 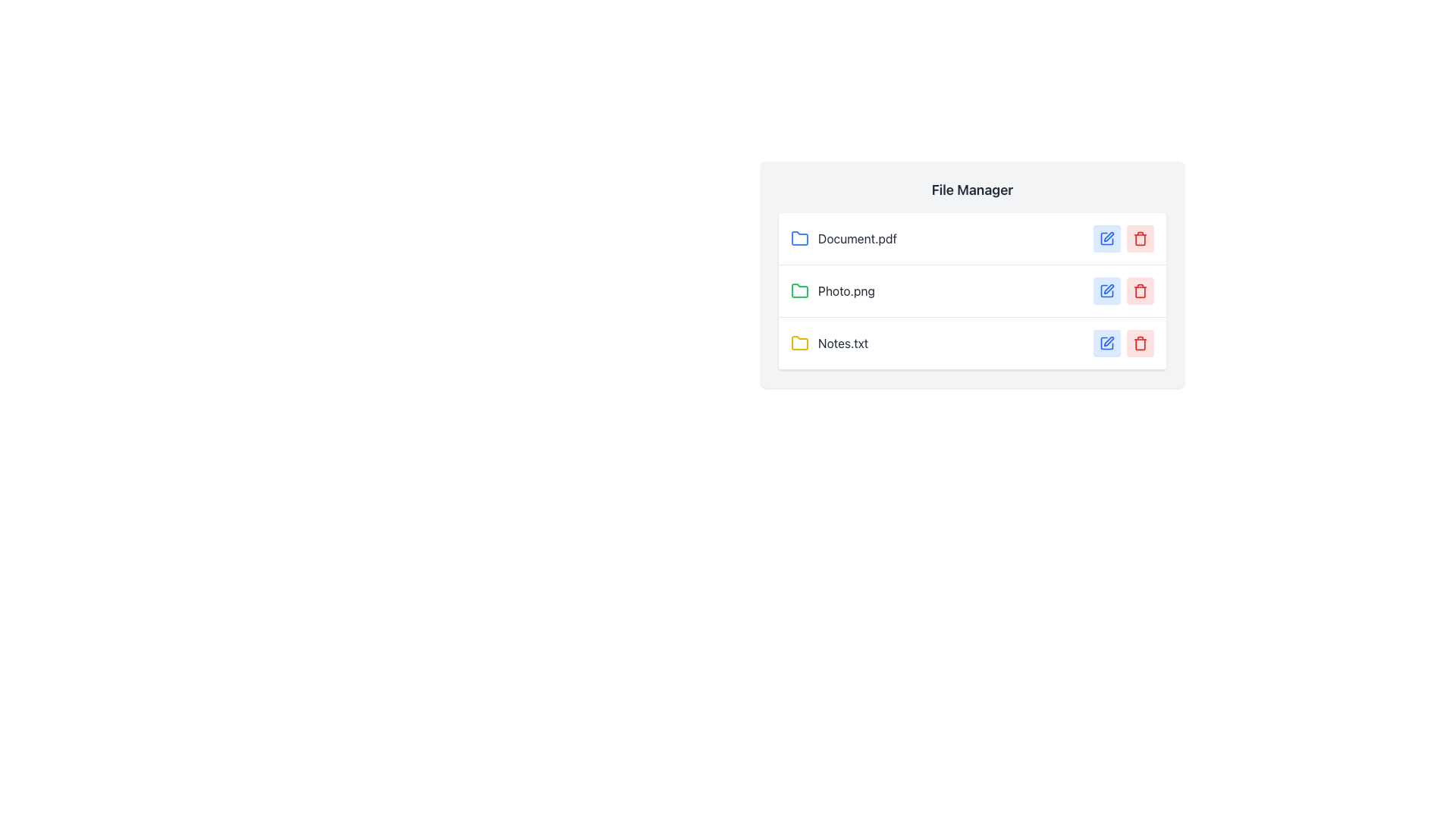 What do you see at coordinates (1140, 239) in the screenshot?
I see `the trash bin icon in the file manager interface` at bounding box center [1140, 239].